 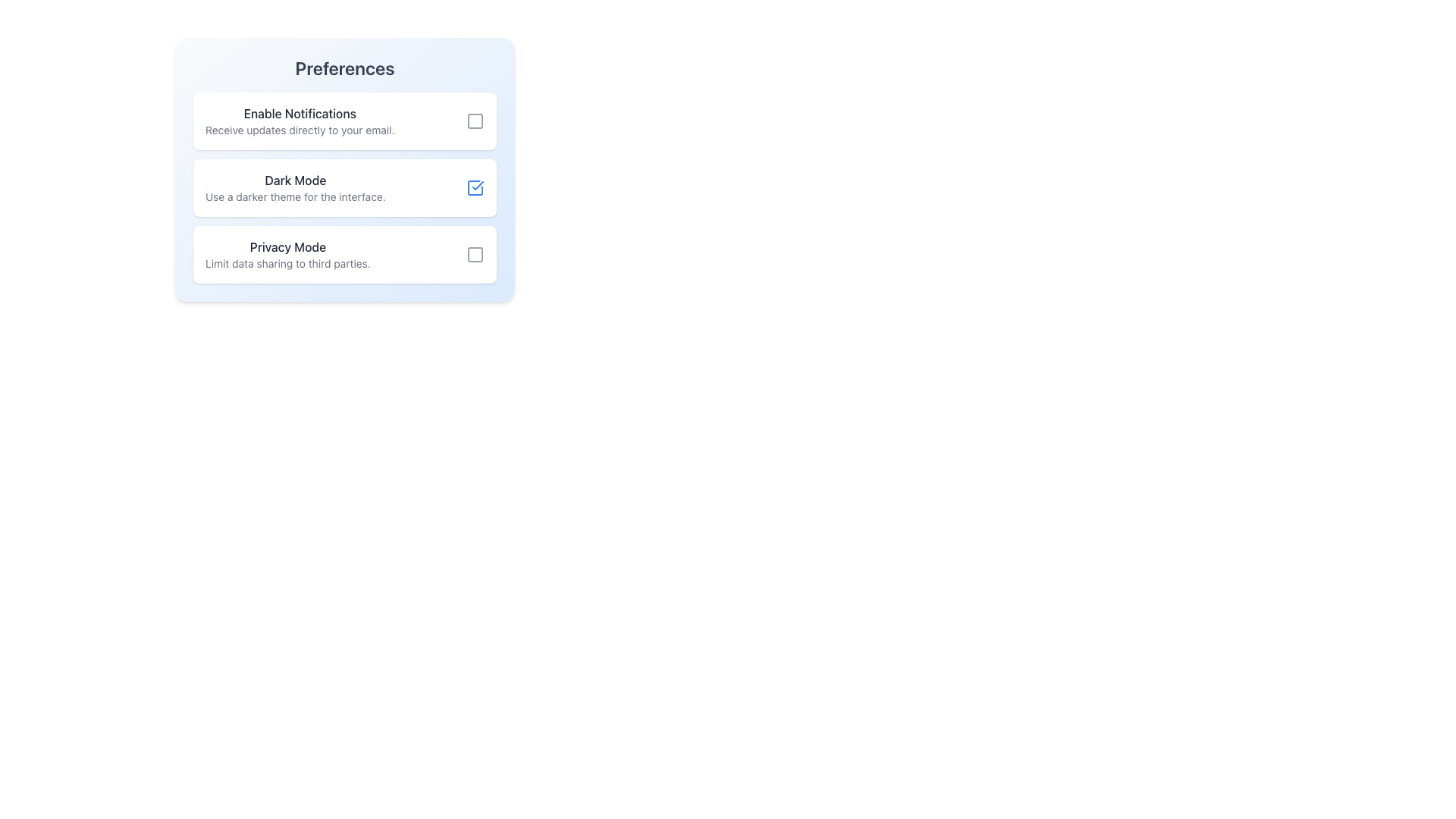 I want to click on text 'Dark Mode' and its description 'Use a darker theme for the interface.' which is located in the second row of three cards under the 'Preferences' heading, so click(x=295, y=187).